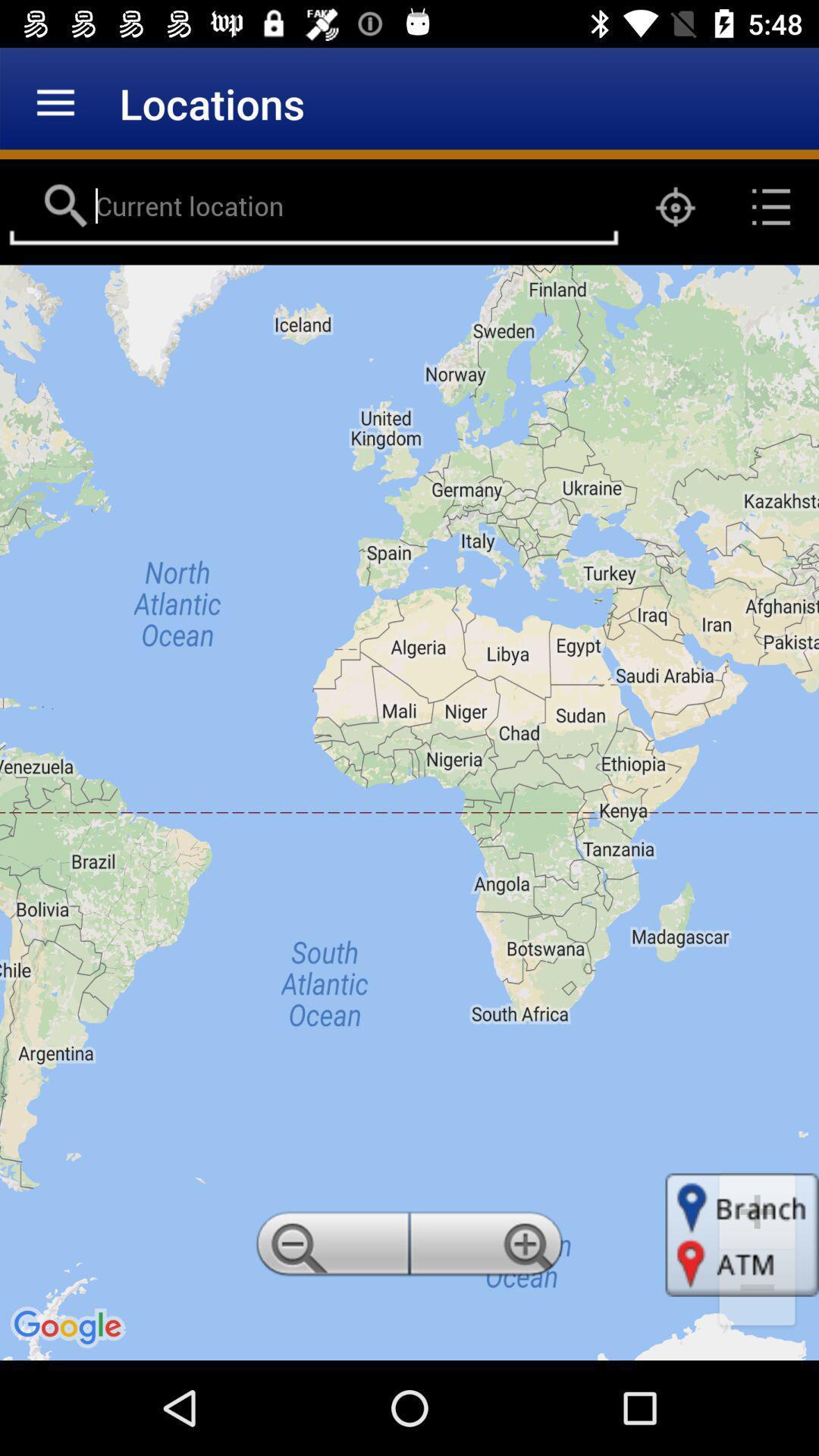 The width and height of the screenshot is (819, 1456). Describe the element at coordinates (771, 206) in the screenshot. I see `the list icon` at that location.